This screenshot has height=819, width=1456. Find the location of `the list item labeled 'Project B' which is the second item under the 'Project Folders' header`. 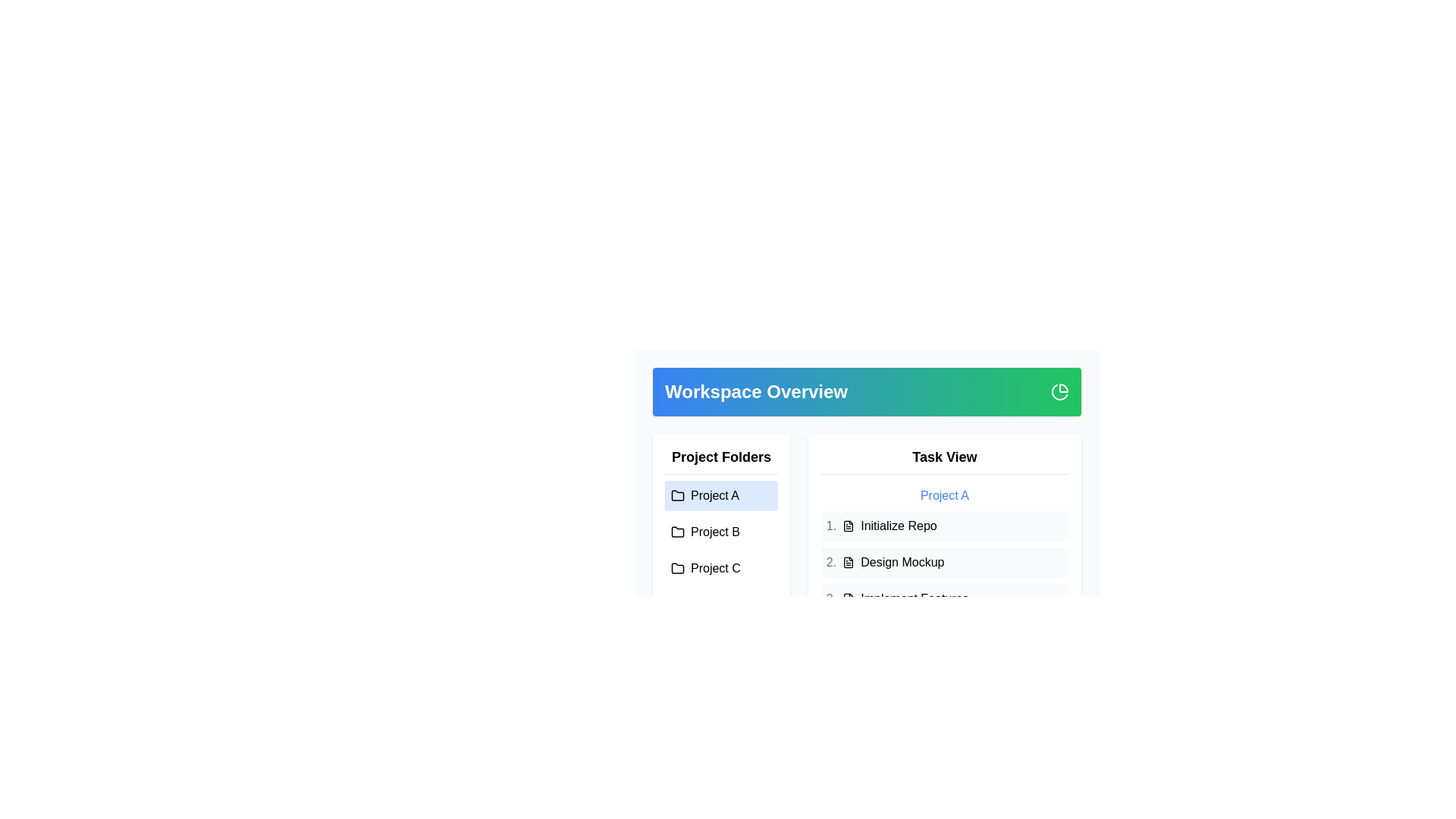

the list item labeled 'Project B' which is the second item under the 'Project Folders' header is located at coordinates (720, 532).